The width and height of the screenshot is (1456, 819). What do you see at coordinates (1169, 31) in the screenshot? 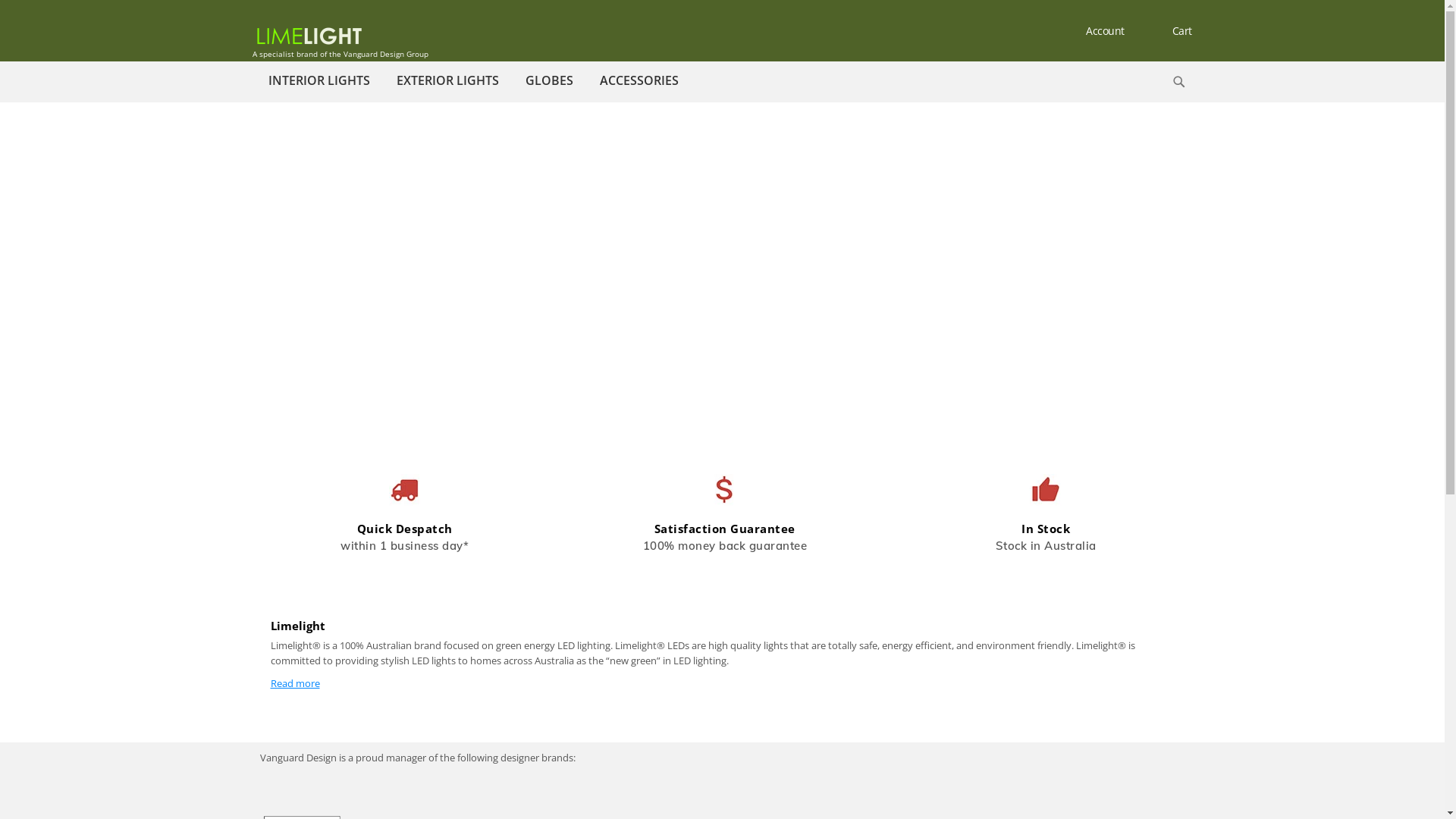
I see `'Cart'` at bounding box center [1169, 31].